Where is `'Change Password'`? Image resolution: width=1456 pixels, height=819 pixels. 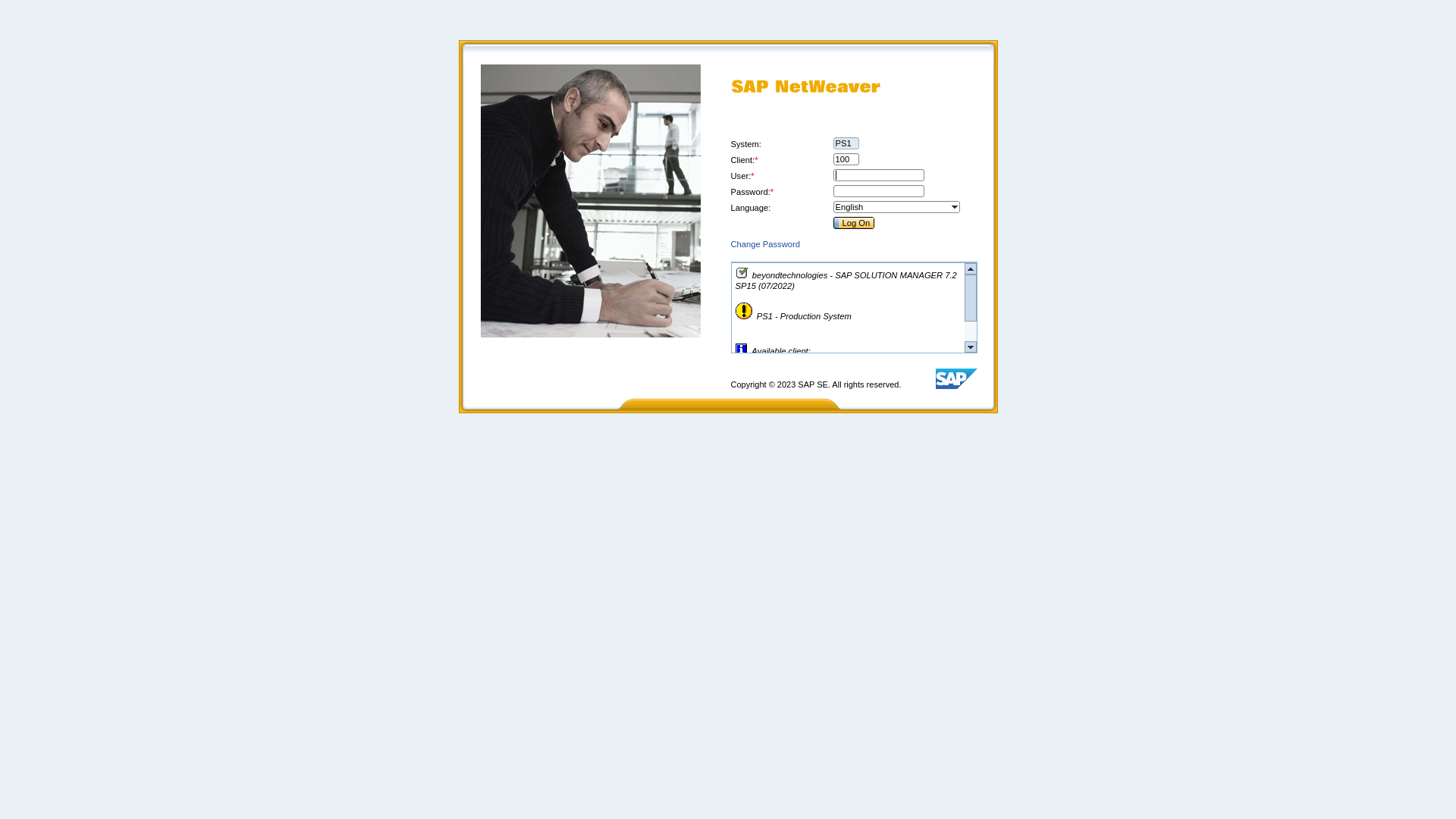
'Change Password' is located at coordinates (765, 243).